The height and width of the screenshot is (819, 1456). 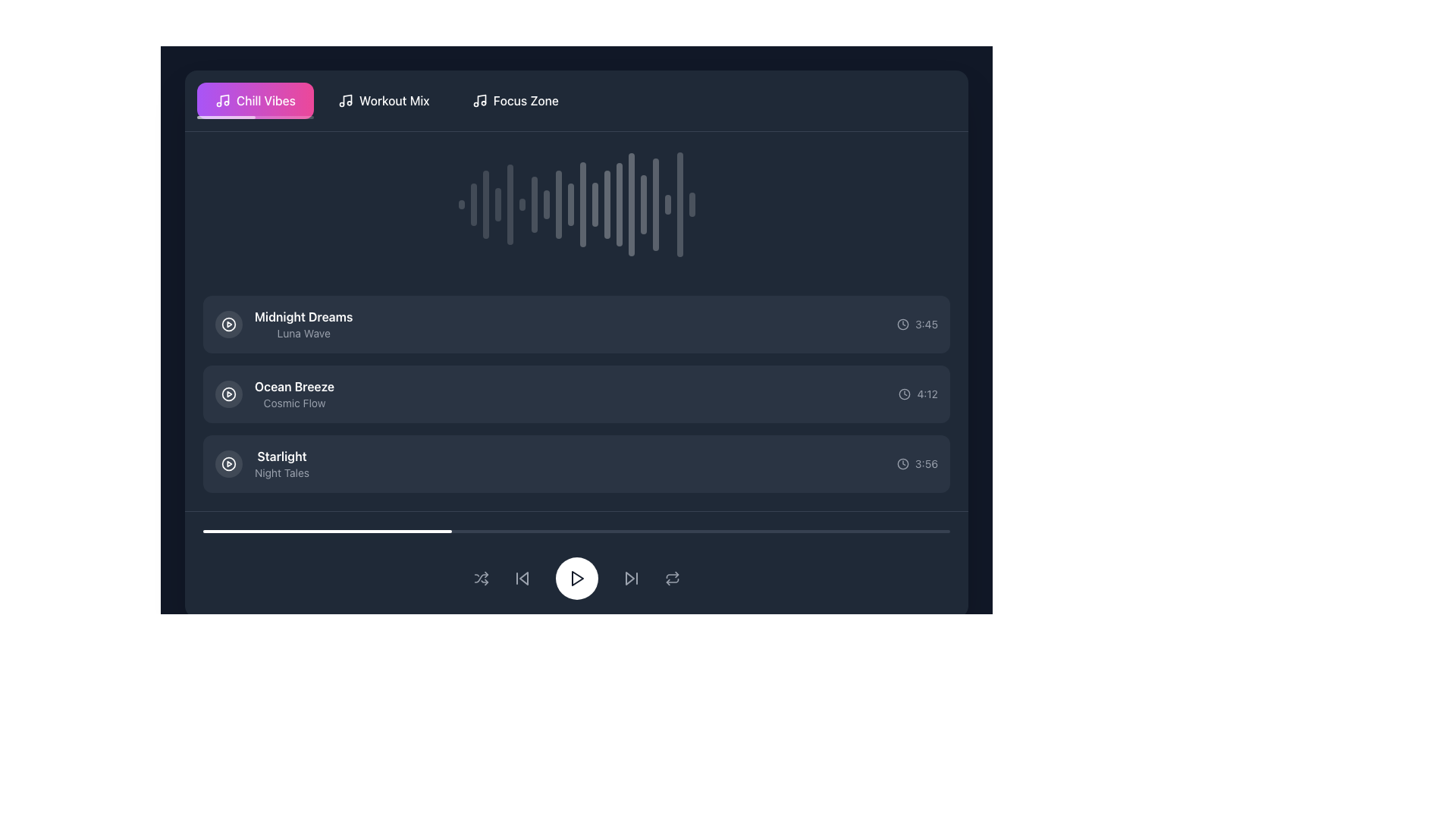 I want to click on text content of the Time Indicator, which displays '3:56' and is located in the third item of a vertical list of tracks, identifiable by its clock icon adjacent to the time duration, so click(x=903, y=463).